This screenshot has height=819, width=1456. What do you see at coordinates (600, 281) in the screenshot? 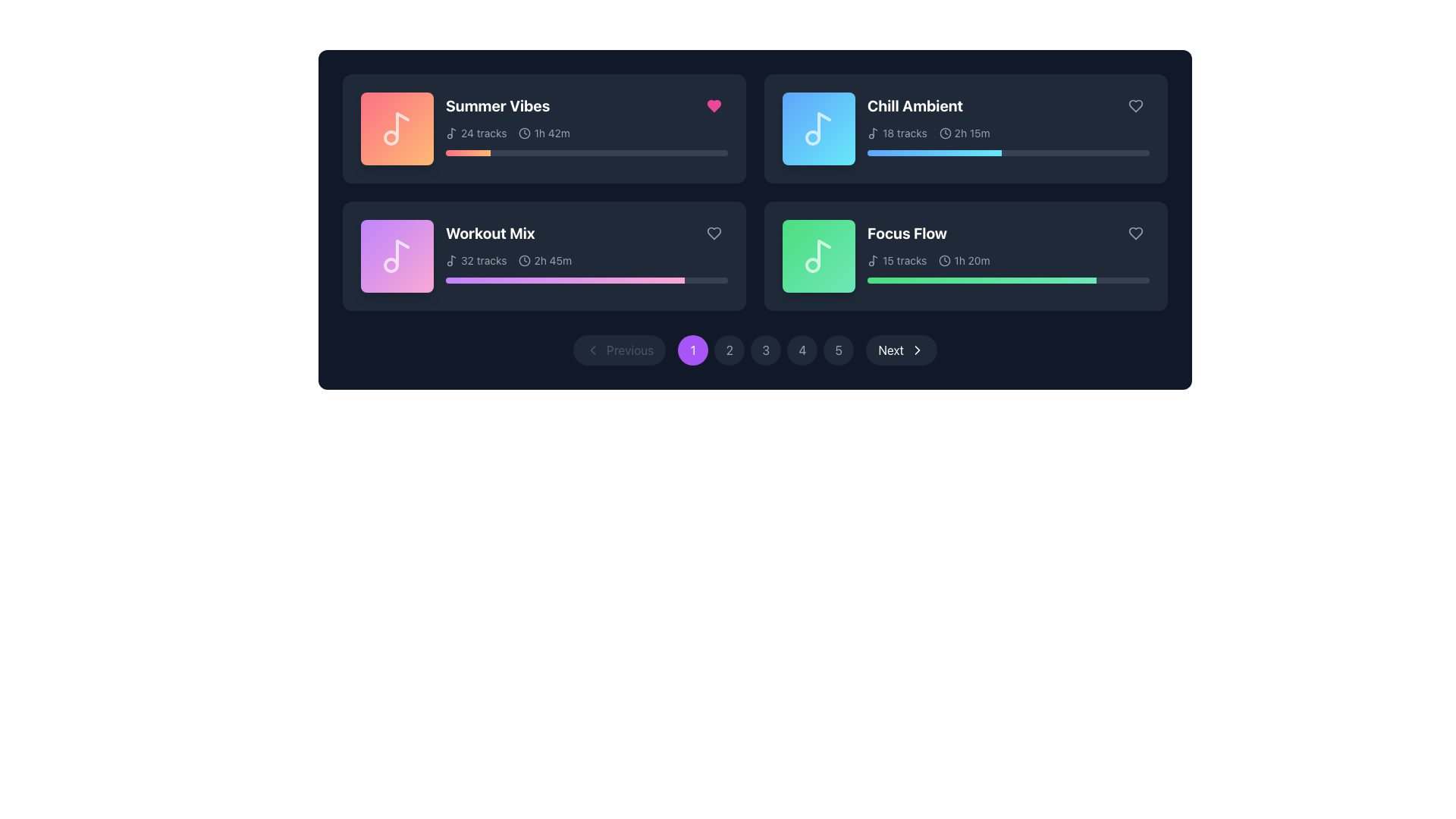
I see `progress` at bounding box center [600, 281].